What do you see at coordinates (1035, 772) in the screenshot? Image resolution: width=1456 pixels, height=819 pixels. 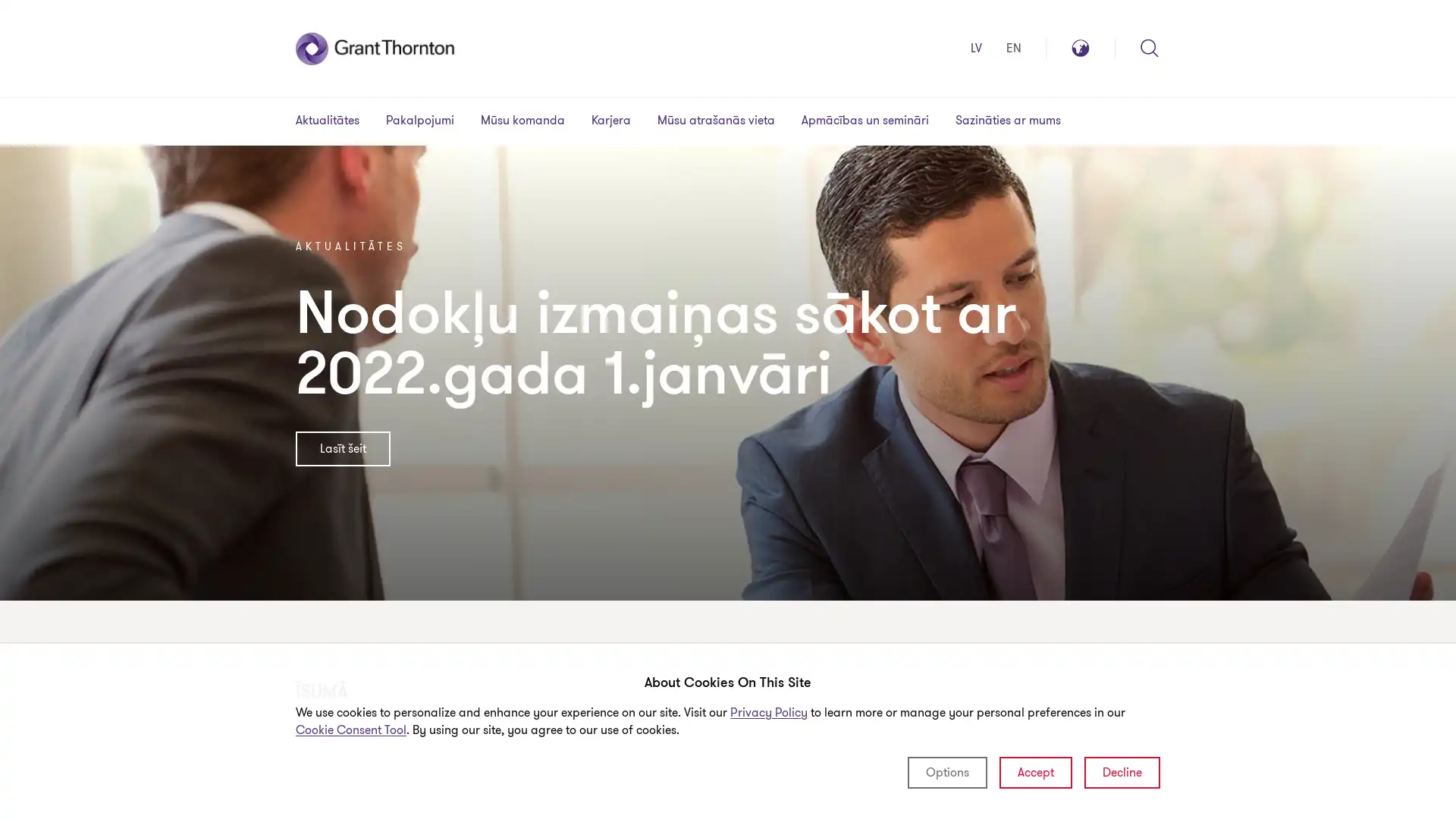 I see `Accept` at bounding box center [1035, 772].